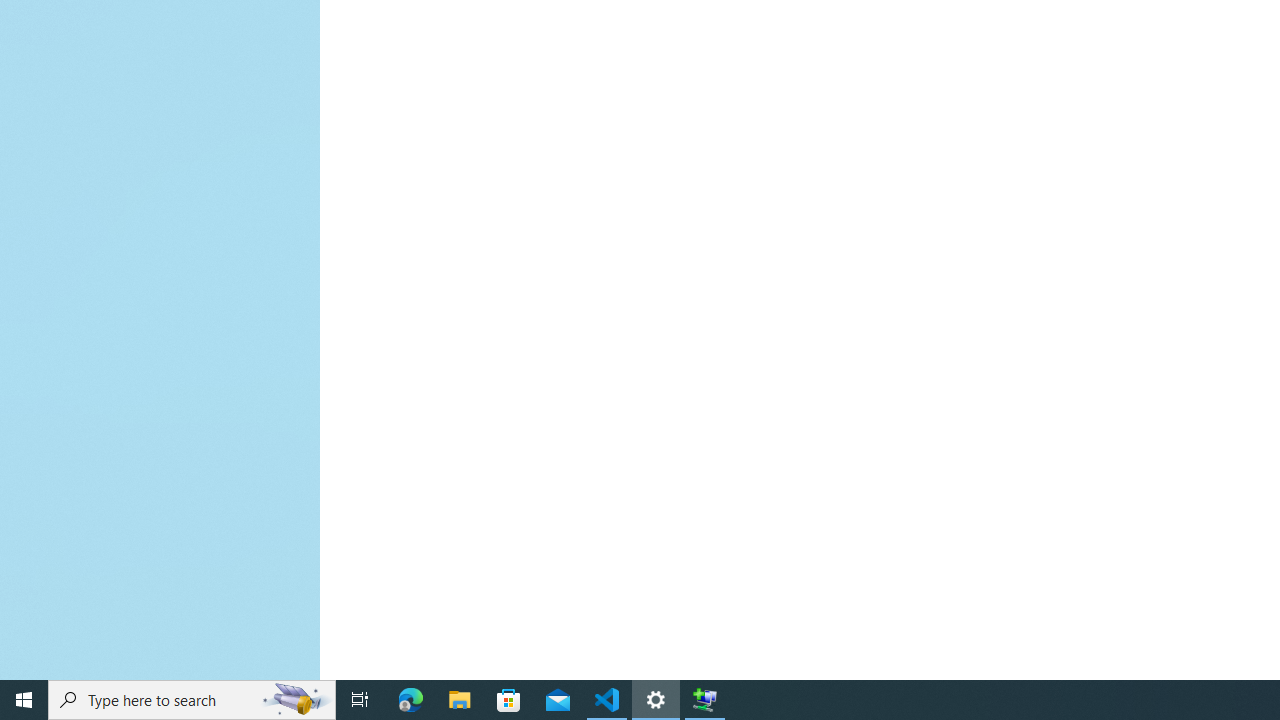 Image resolution: width=1280 pixels, height=720 pixels. Describe the element at coordinates (192, 698) in the screenshot. I see `'Type here to search'` at that location.